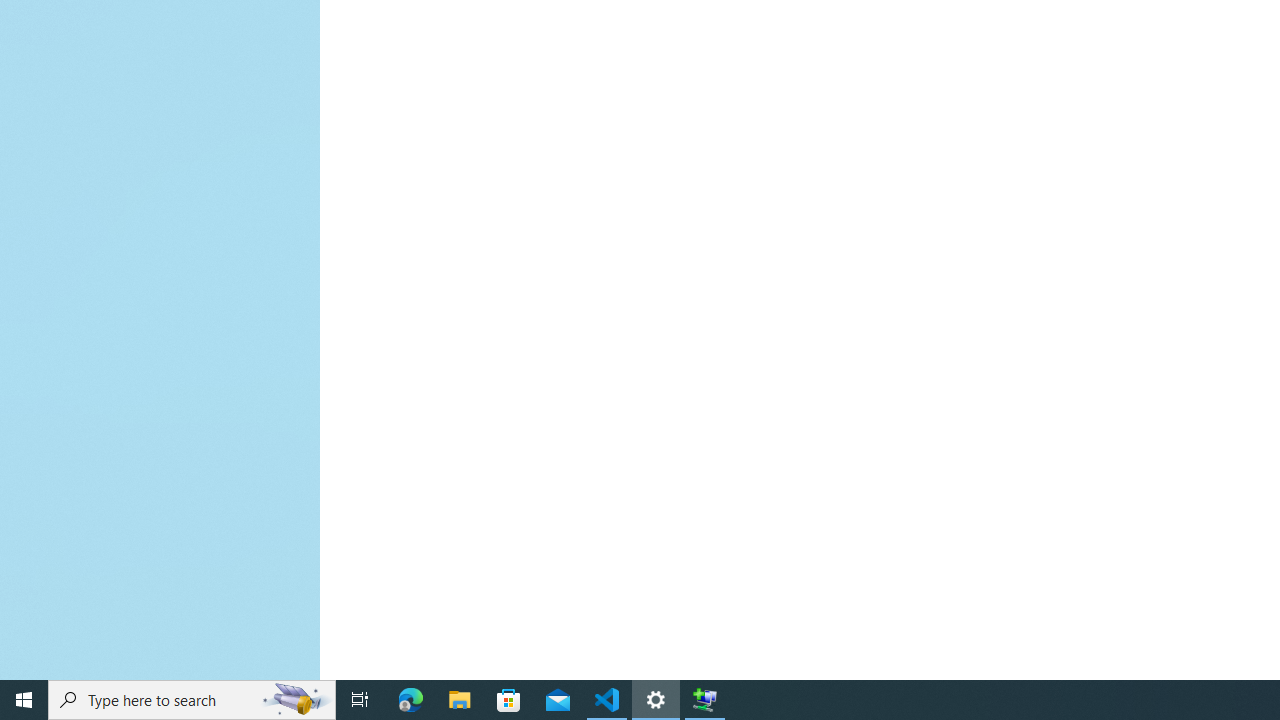 Image resolution: width=1280 pixels, height=720 pixels. Describe the element at coordinates (192, 698) in the screenshot. I see `'Type here to search'` at that location.